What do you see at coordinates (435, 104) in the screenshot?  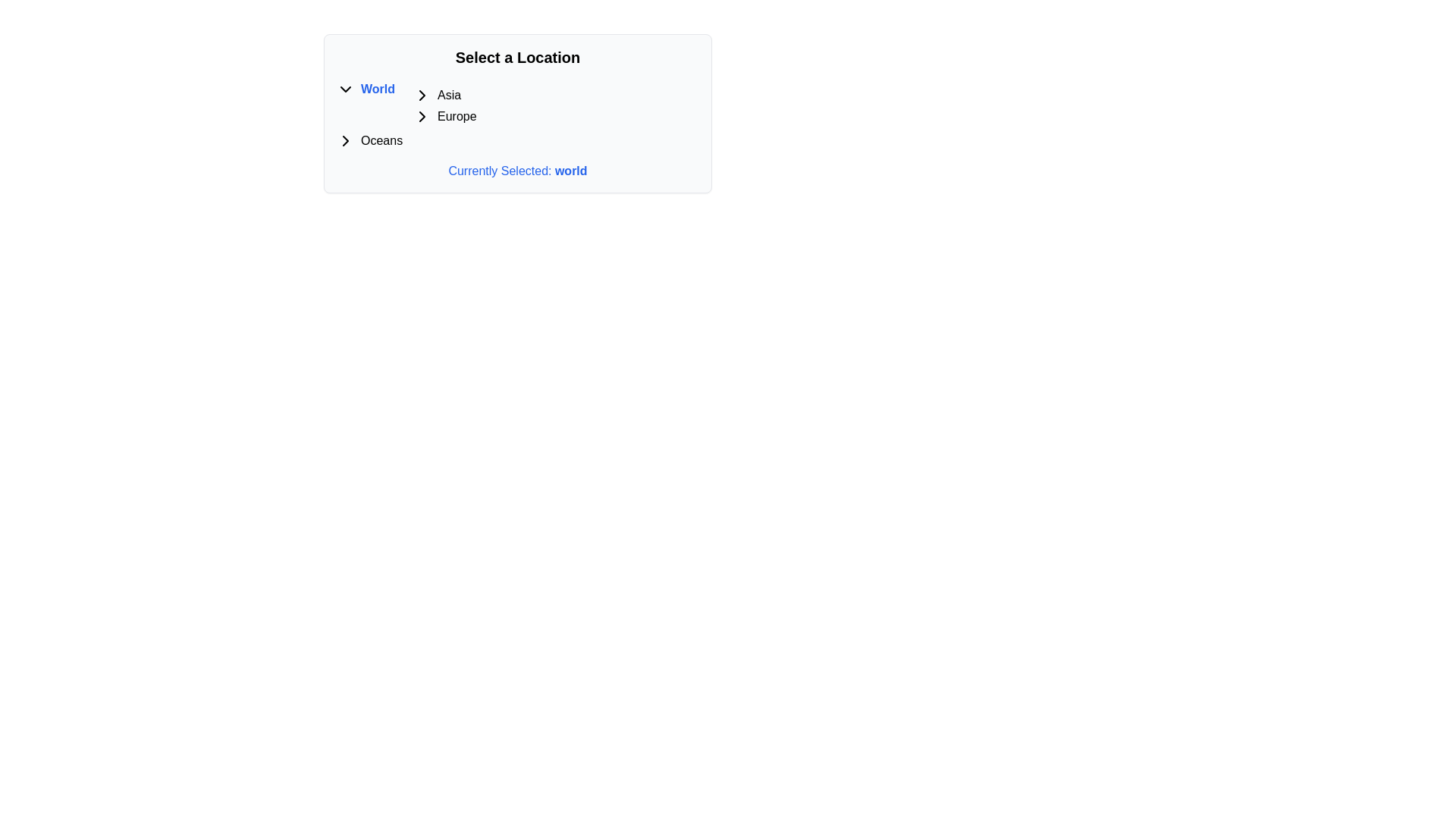 I see `the 'Europe' label in the nested list item under the 'World' heading` at bounding box center [435, 104].